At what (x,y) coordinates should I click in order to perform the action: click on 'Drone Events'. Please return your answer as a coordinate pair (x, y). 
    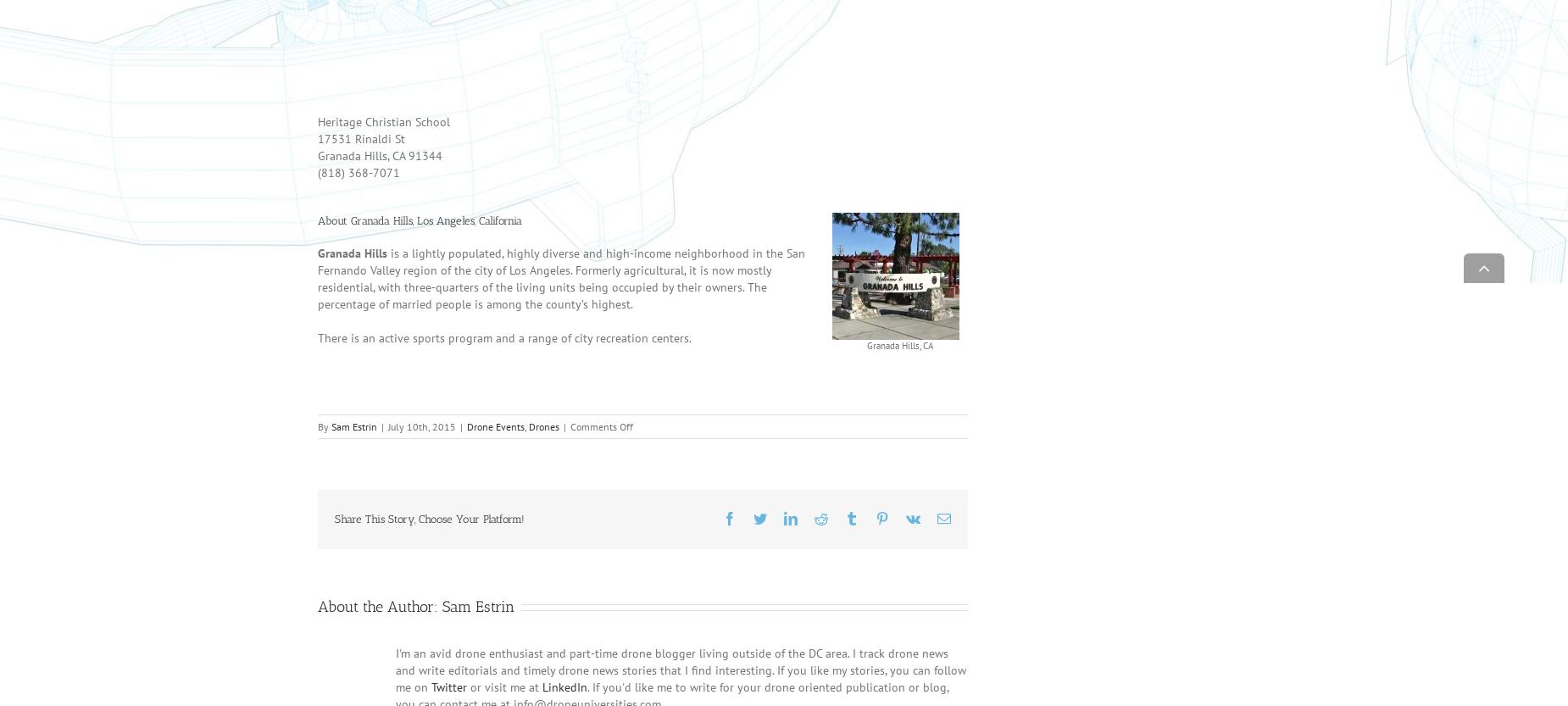
    Looking at the image, I should click on (495, 449).